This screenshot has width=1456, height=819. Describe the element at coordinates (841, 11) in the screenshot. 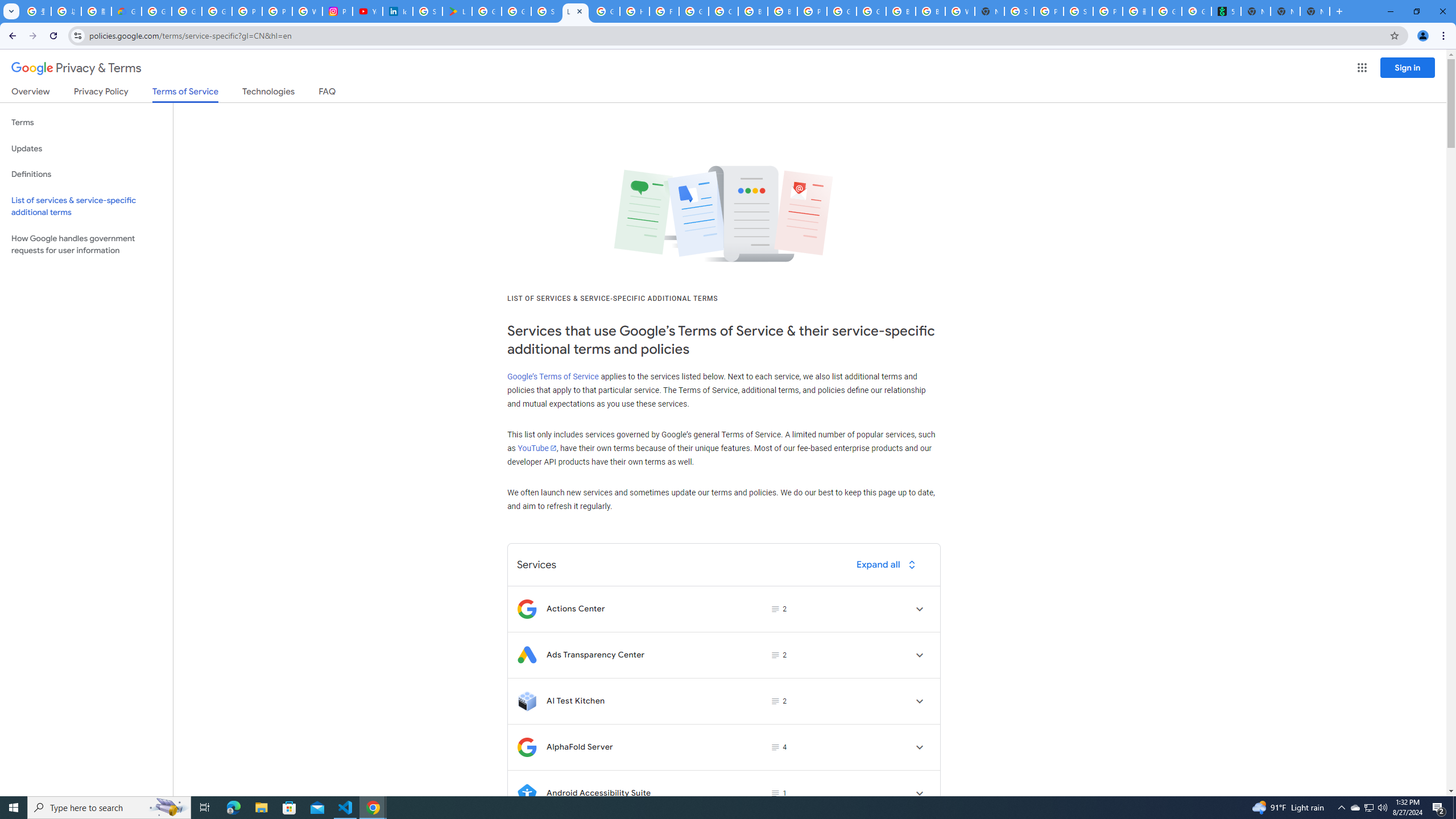

I see `'Google Cloud Platform'` at that location.